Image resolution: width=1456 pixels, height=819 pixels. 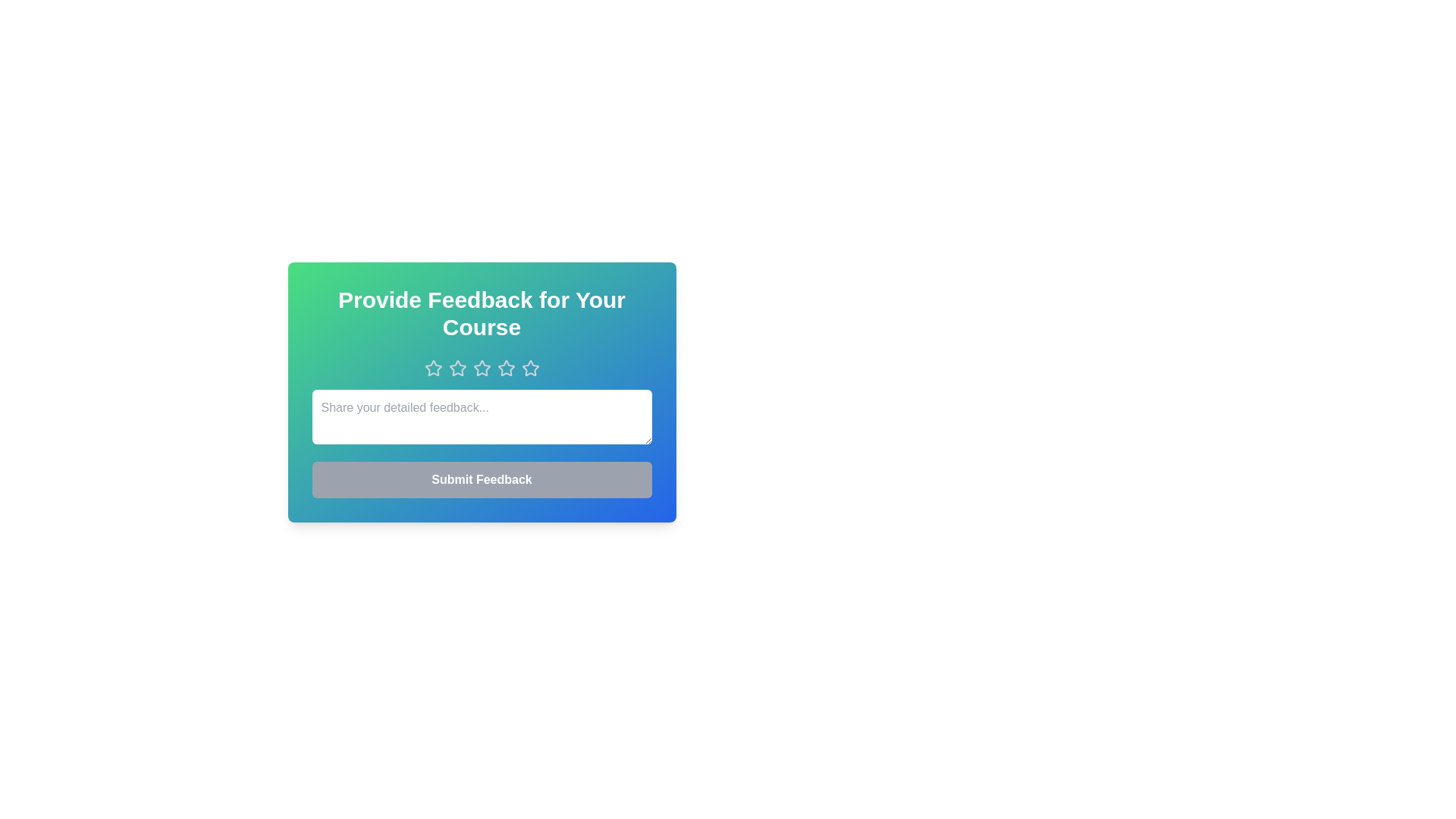 I want to click on the text area and type the feedback text, so click(x=481, y=417).